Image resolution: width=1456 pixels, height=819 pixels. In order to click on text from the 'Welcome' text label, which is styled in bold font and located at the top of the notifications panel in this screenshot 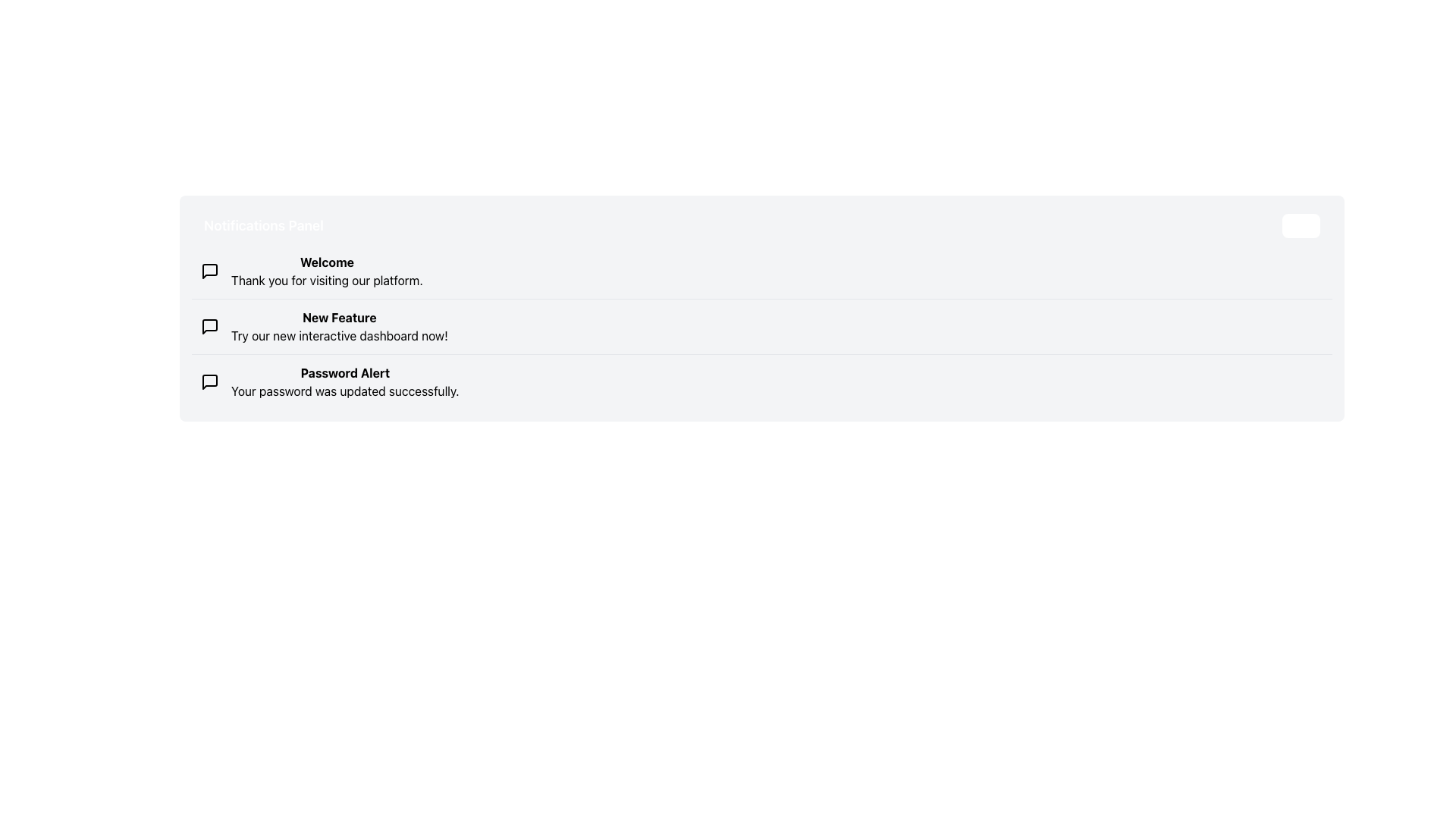, I will do `click(326, 262)`.